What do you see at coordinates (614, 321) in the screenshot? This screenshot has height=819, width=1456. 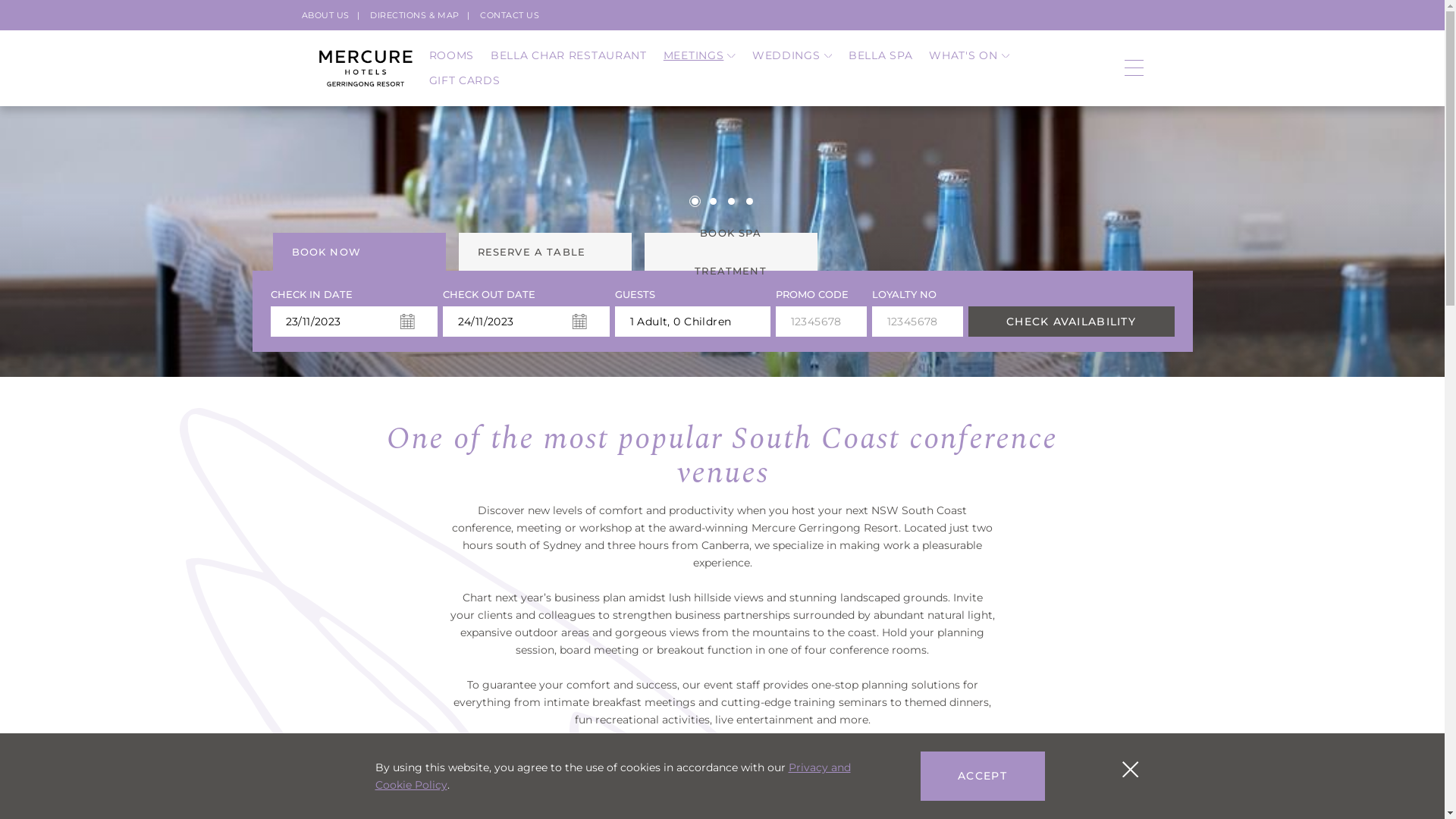 I see `'1 Adult, 0 Children'` at bounding box center [614, 321].